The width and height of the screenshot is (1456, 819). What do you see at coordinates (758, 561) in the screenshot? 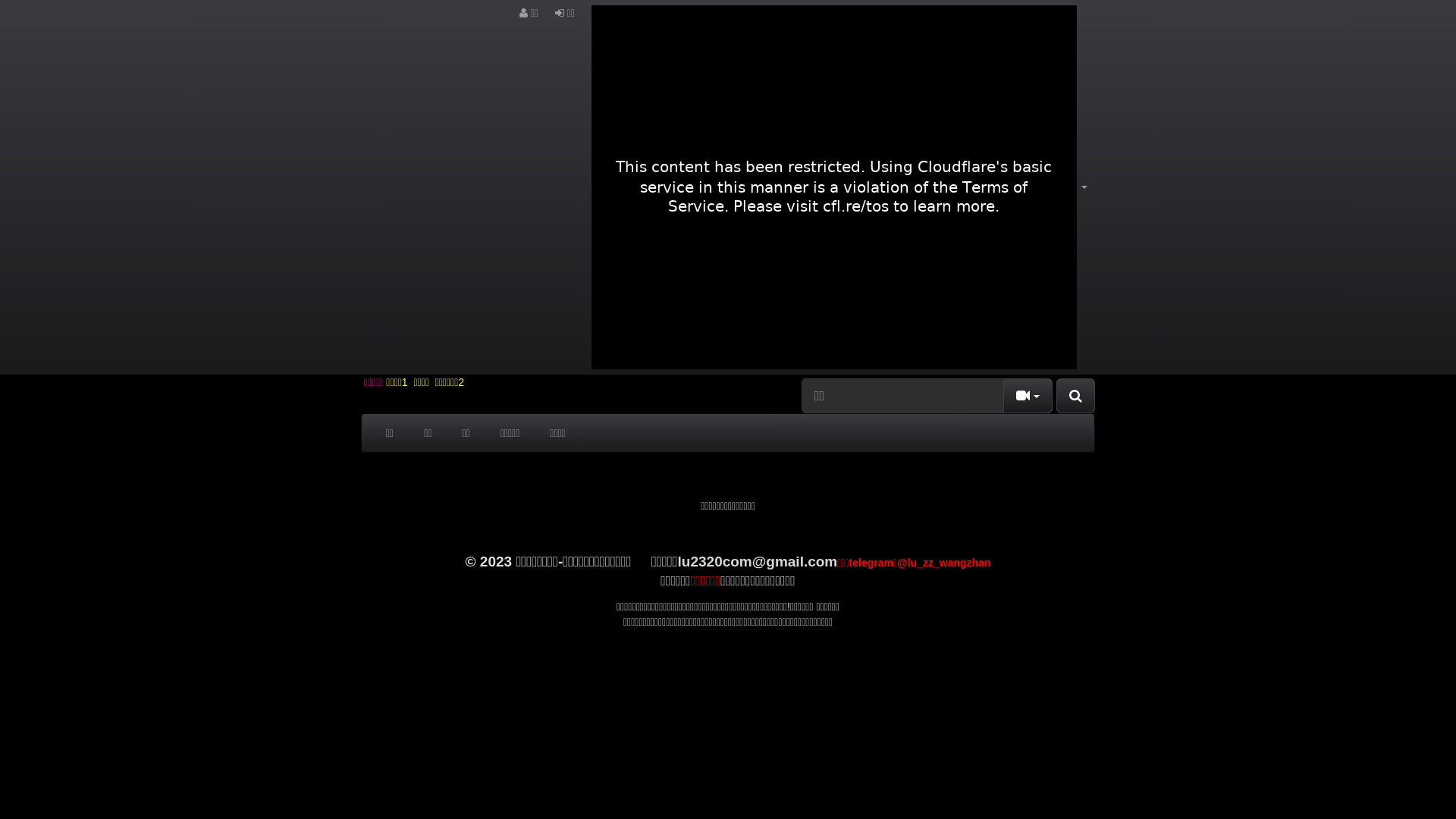
I see `'lu2320com@gmail.com'` at bounding box center [758, 561].